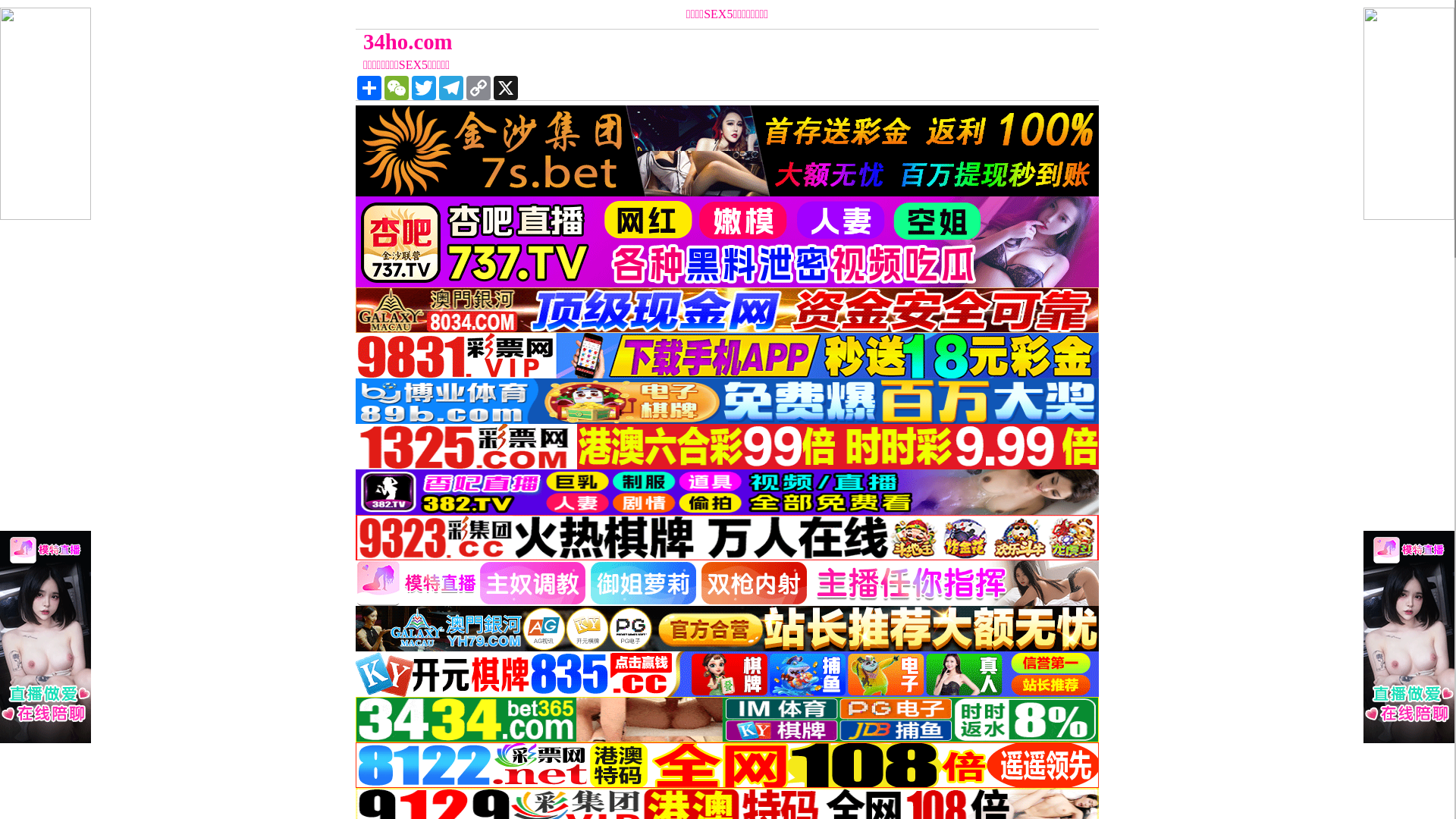  What do you see at coordinates (397, 87) in the screenshot?
I see `'WeChat'` at bounding box center [397, 87].